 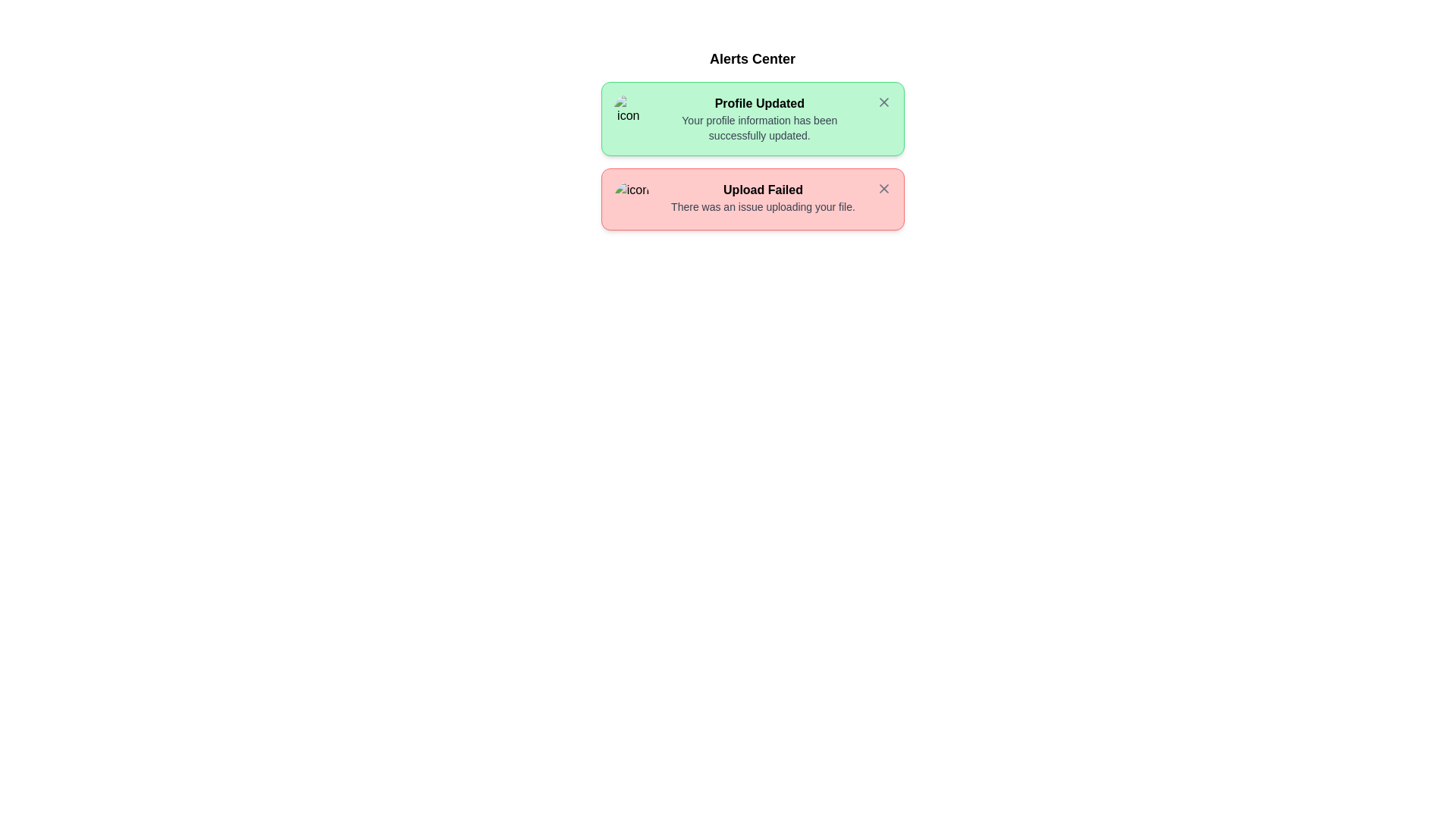 What do you see at coordinates (632, 198) in the screenshot?
I see `the image associated with the alert Upload Failed` at bounding box center [632, 198].